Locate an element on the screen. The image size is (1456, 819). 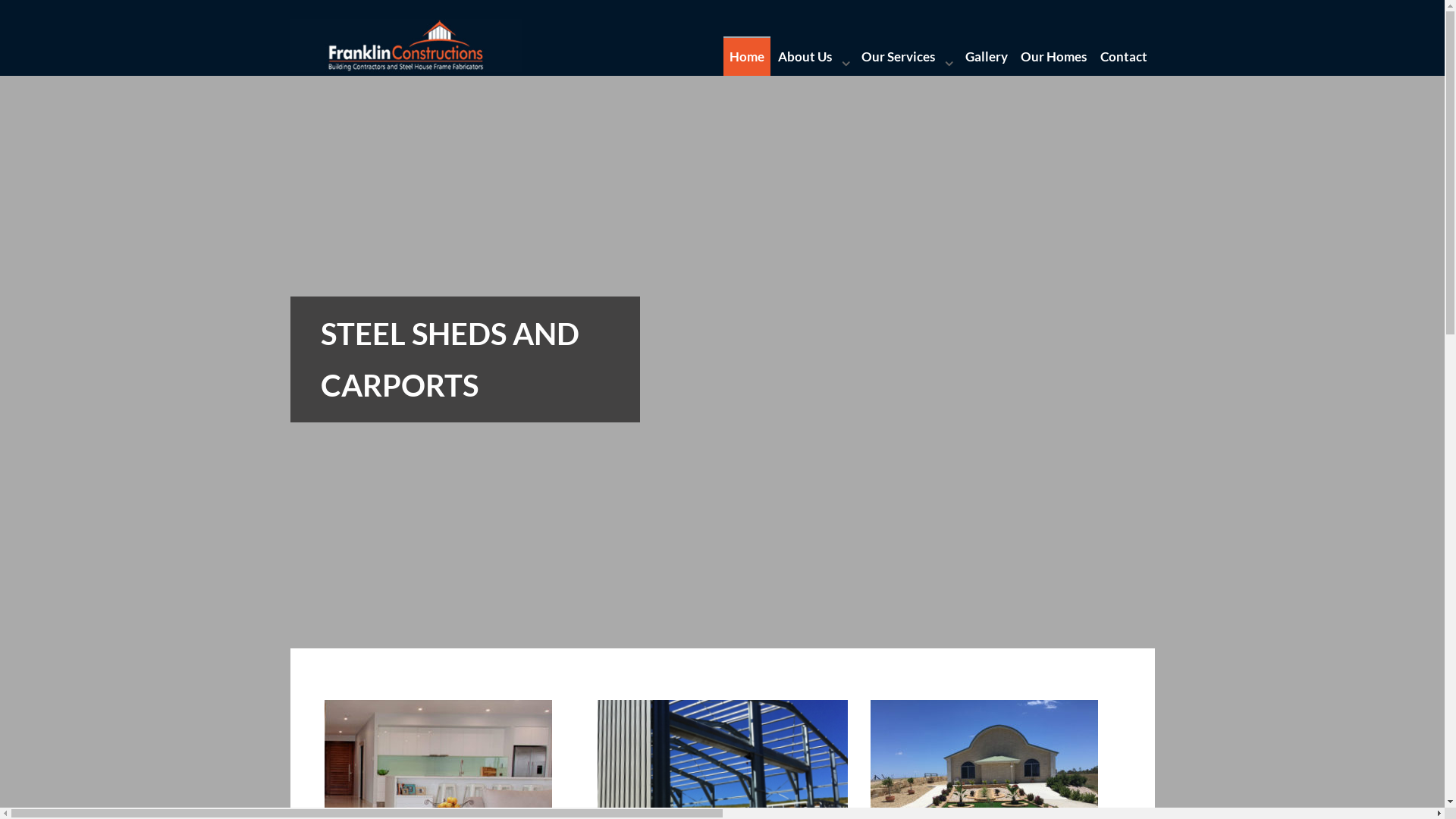
'Our Services' is located at coordinates (906, 55).